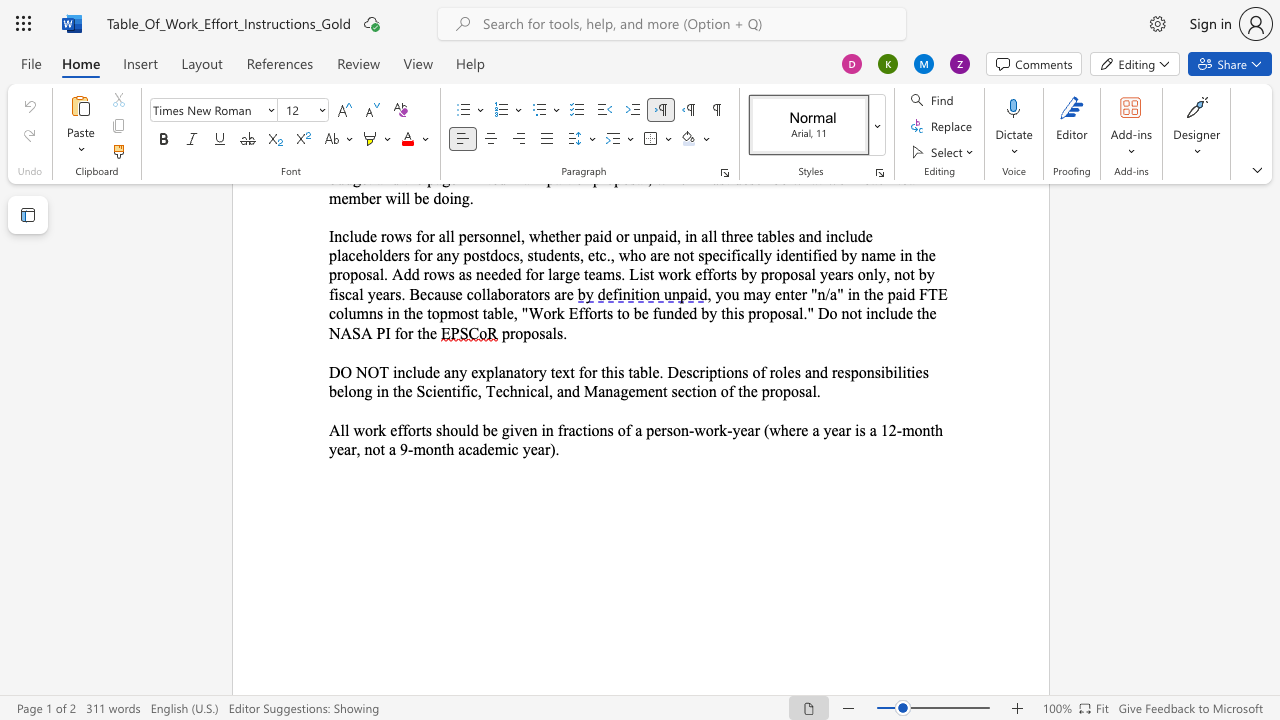 This screenshot has width=1280, height=720. Describe the element at coordinates (673, 429) in the screenshot. I see `the space between the continuous character "s" and "o" in the text` at that location.